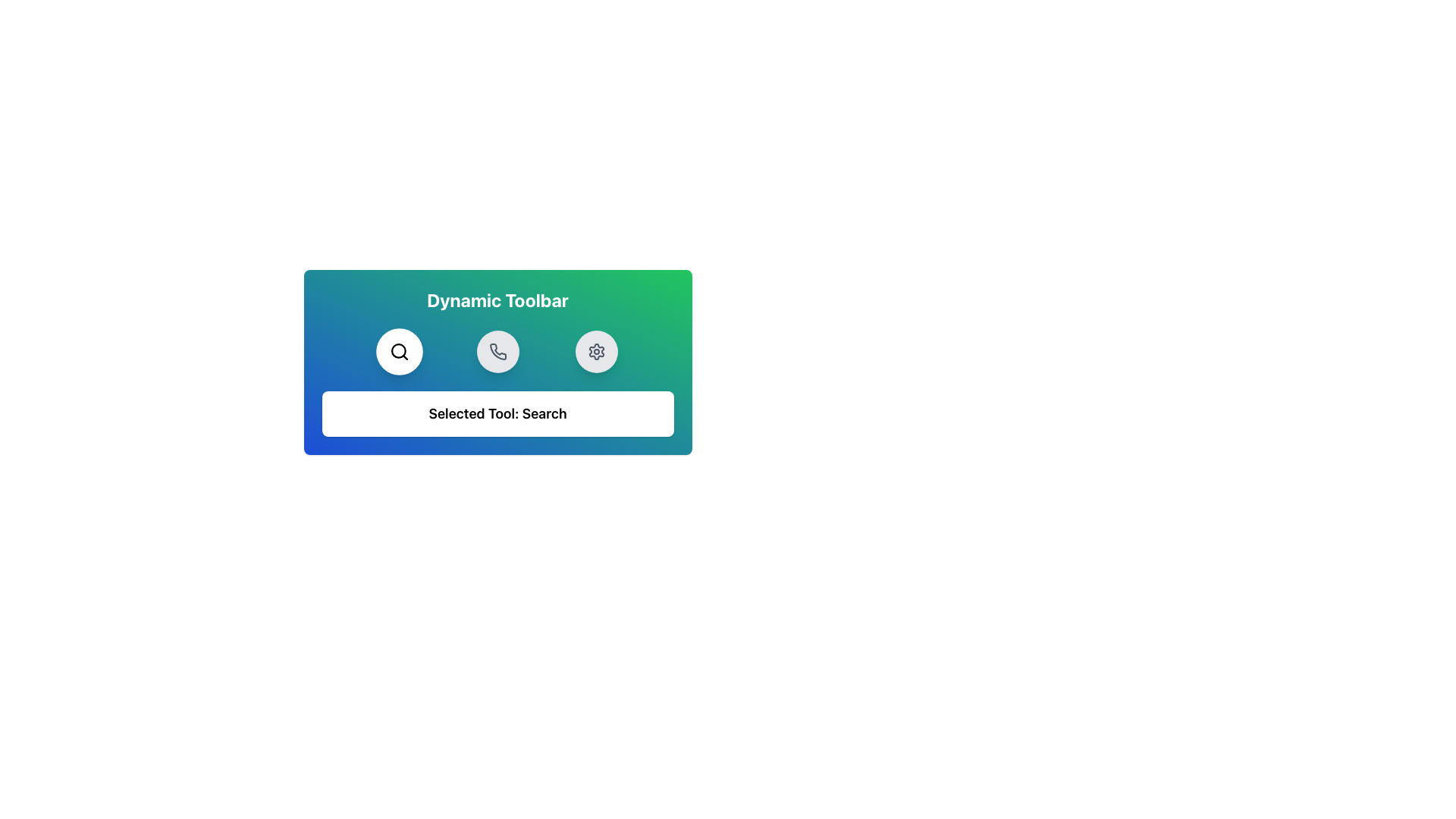  What do you see at coordinates (497, 351) in the screenshot?
I see `the circular button containing the phone receiver icon, which is styled with a minimalist outline design and located at the center of the button` at bounding box center [497, 351].